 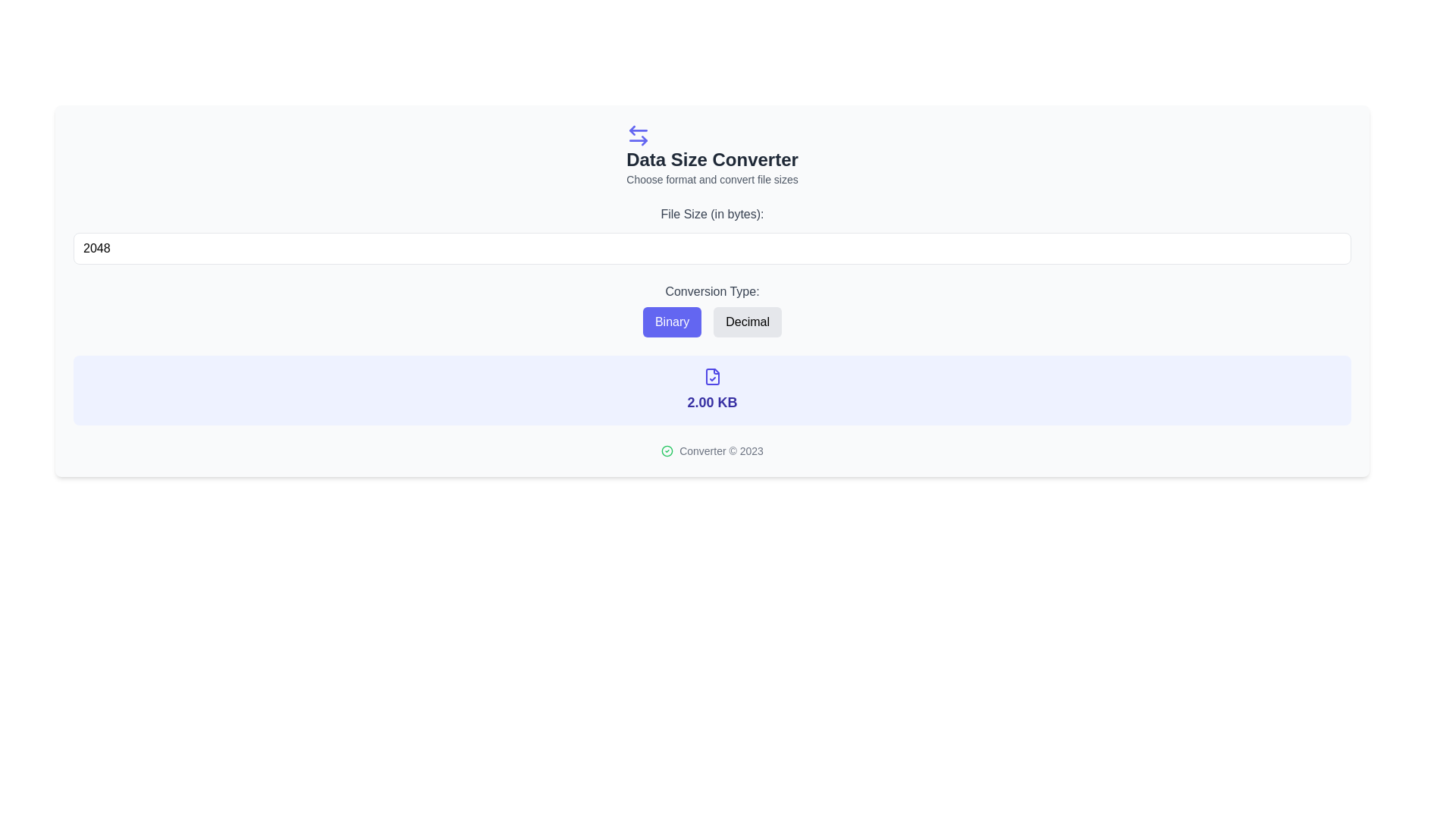 What do you see at coordinates (711, 178) in the screenshot?
I see `the Text Label displaying 'Choose format and convert file sizes', which is styled in smaller gray font and located beneath the title 'Data Size Converter'` at bounding box center [711, 178].